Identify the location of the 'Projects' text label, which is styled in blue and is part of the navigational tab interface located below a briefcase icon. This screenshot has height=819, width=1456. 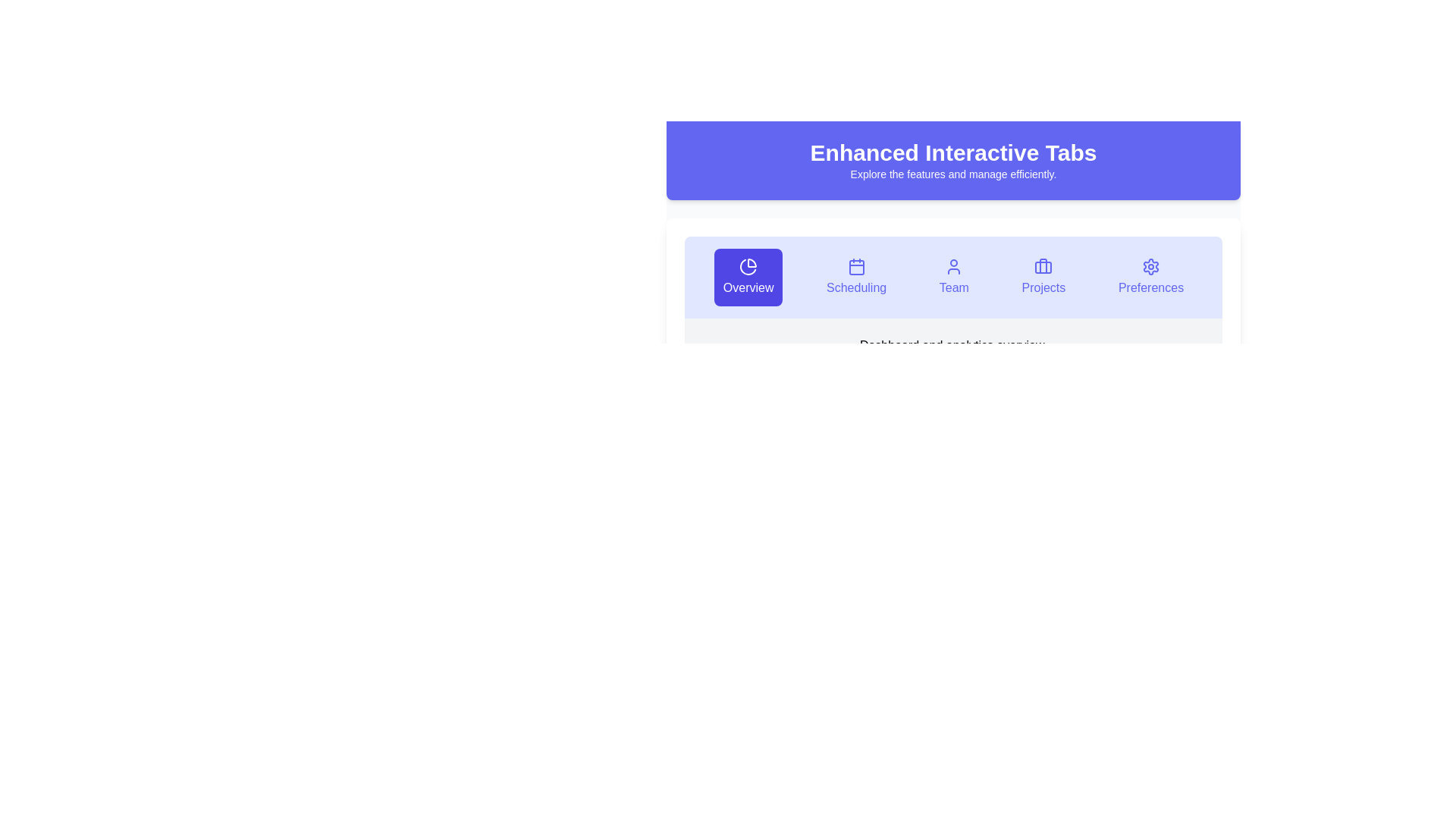
(1043, 288).